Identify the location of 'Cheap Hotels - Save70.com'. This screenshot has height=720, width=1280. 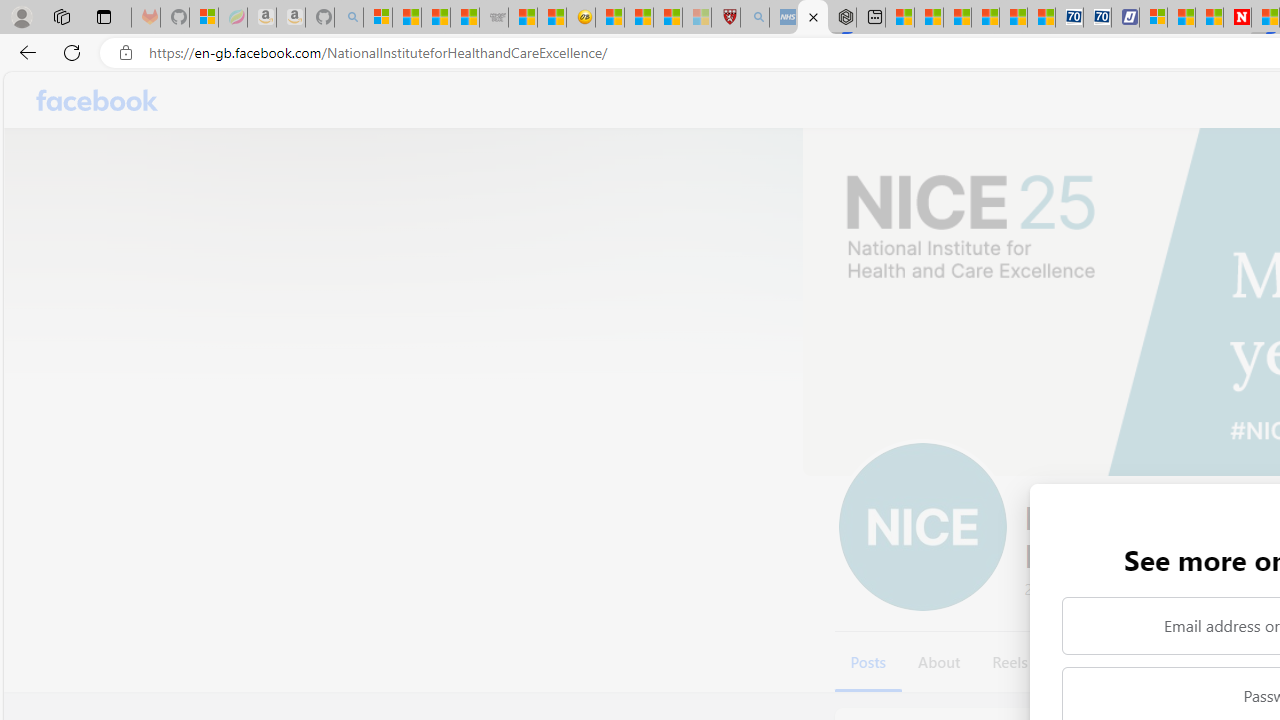
(1096, 17).